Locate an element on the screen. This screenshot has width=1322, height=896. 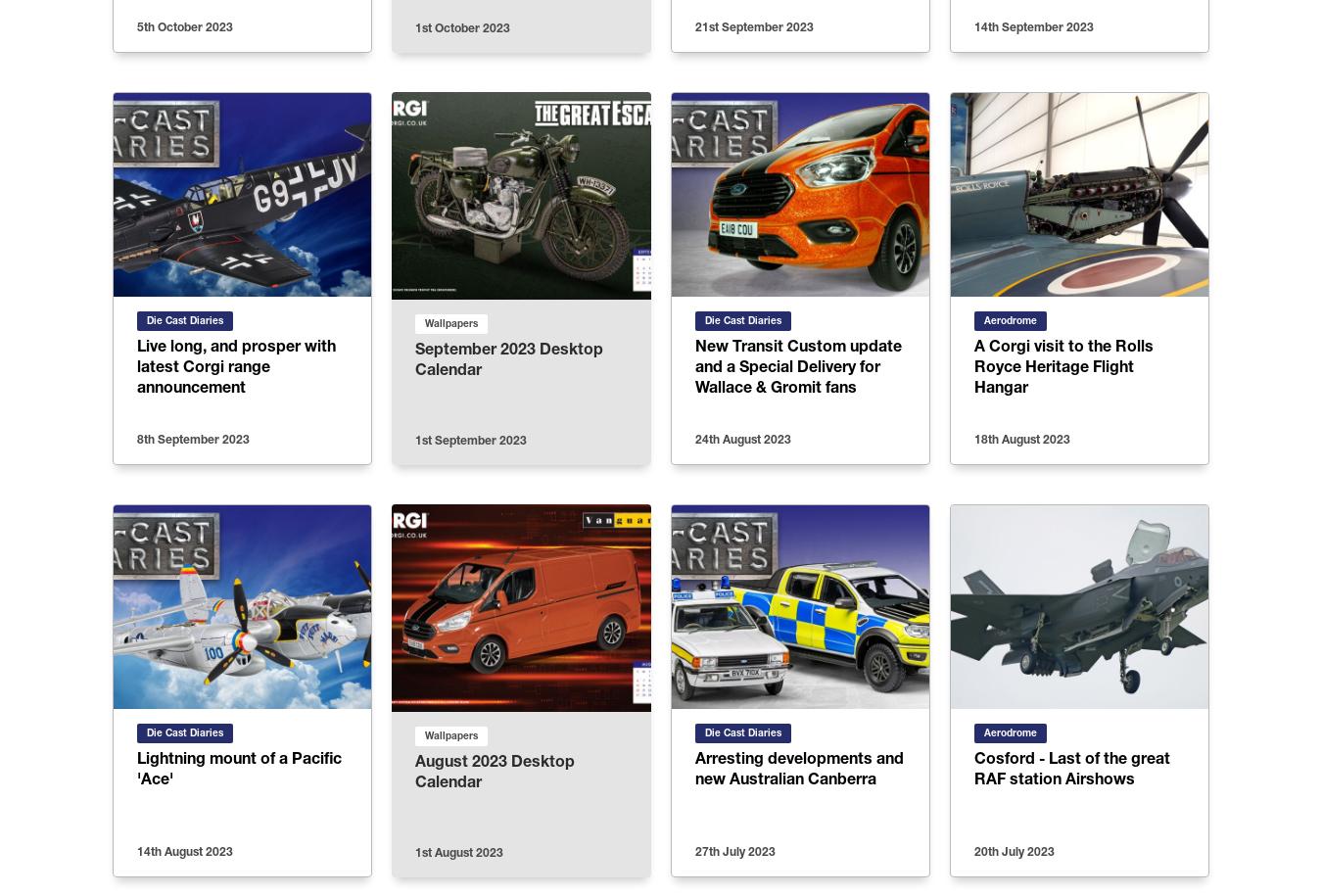
'18th August 2023' is located at coordinates (1021, 439).